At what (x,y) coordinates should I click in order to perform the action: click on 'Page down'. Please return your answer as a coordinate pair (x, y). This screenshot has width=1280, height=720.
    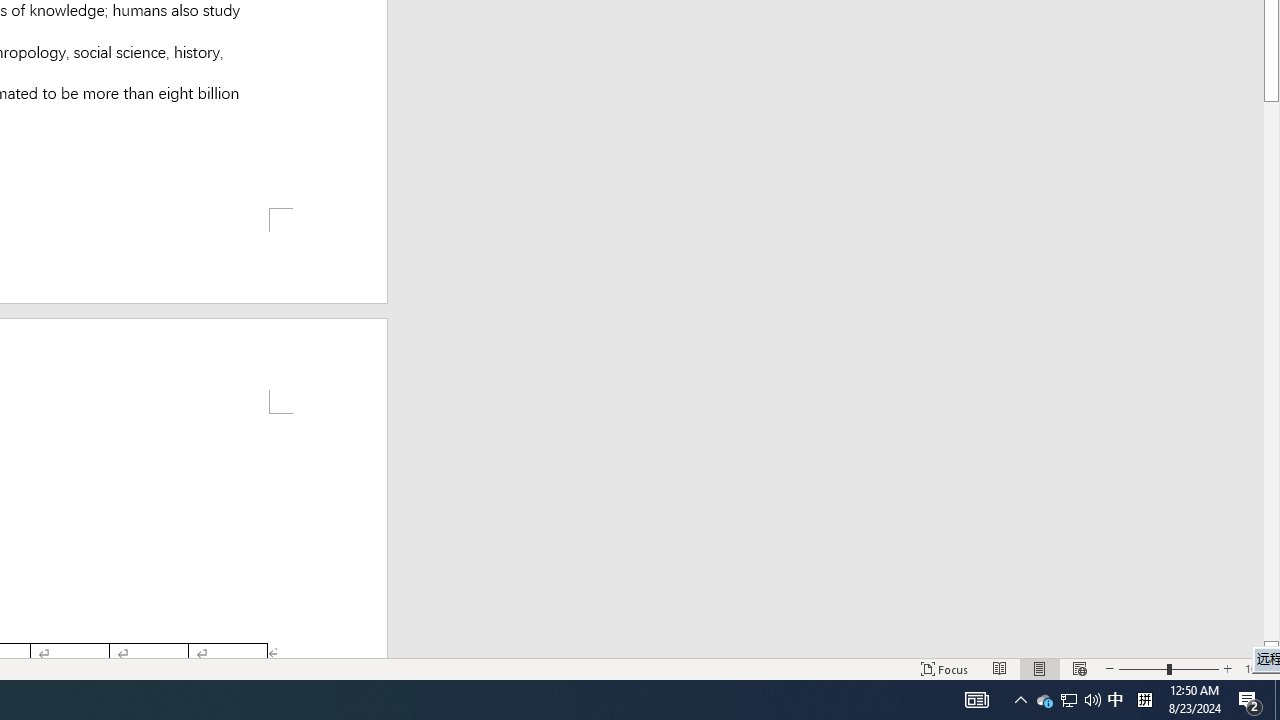
    Looking at the image, I should click on (1270, 371).